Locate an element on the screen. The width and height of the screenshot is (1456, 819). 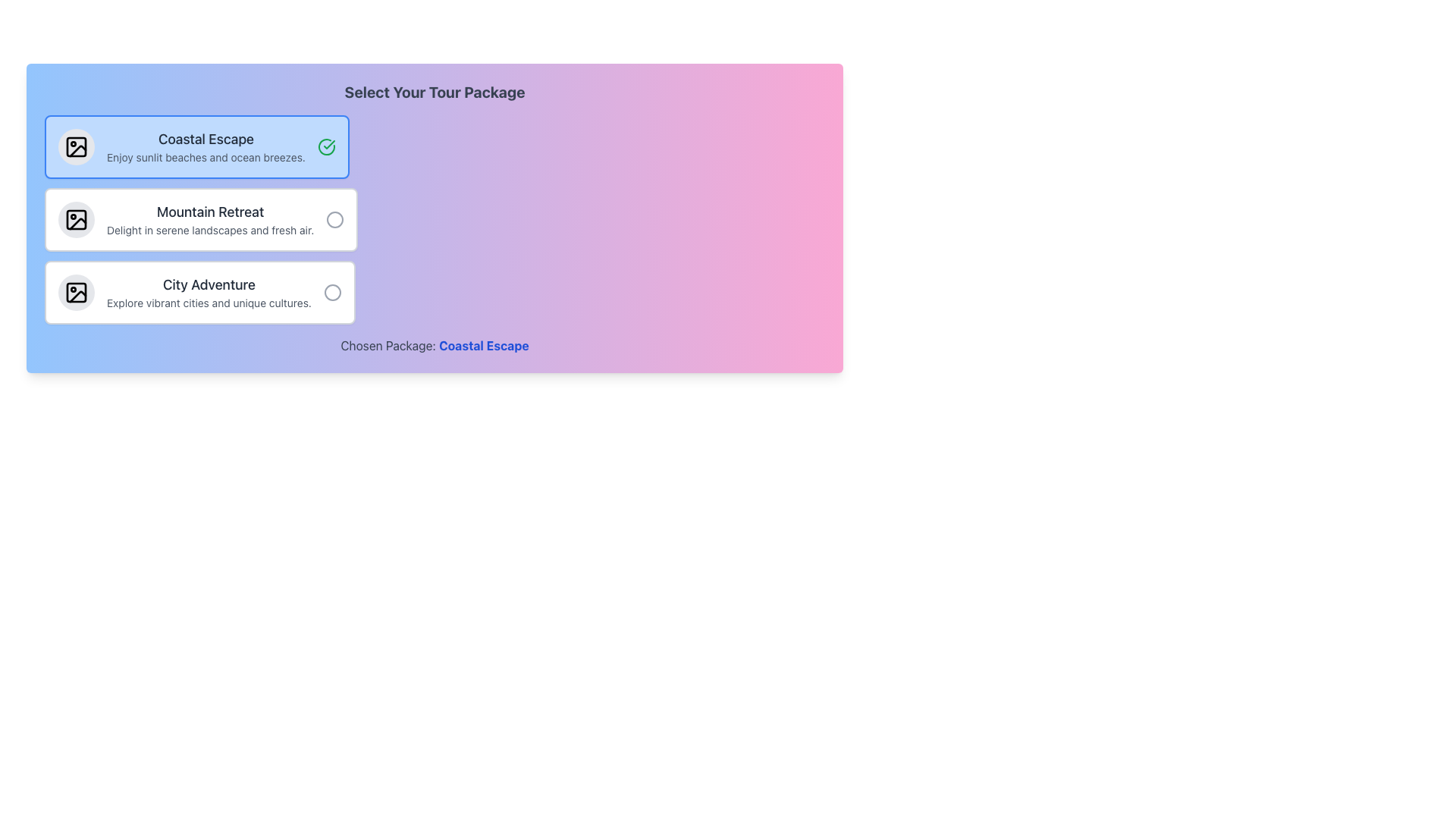
the image placeholder in the 'Coastal Escape' option box, which visually represents an option and is left-aligned near the text description is located at coordinates (75, 146).